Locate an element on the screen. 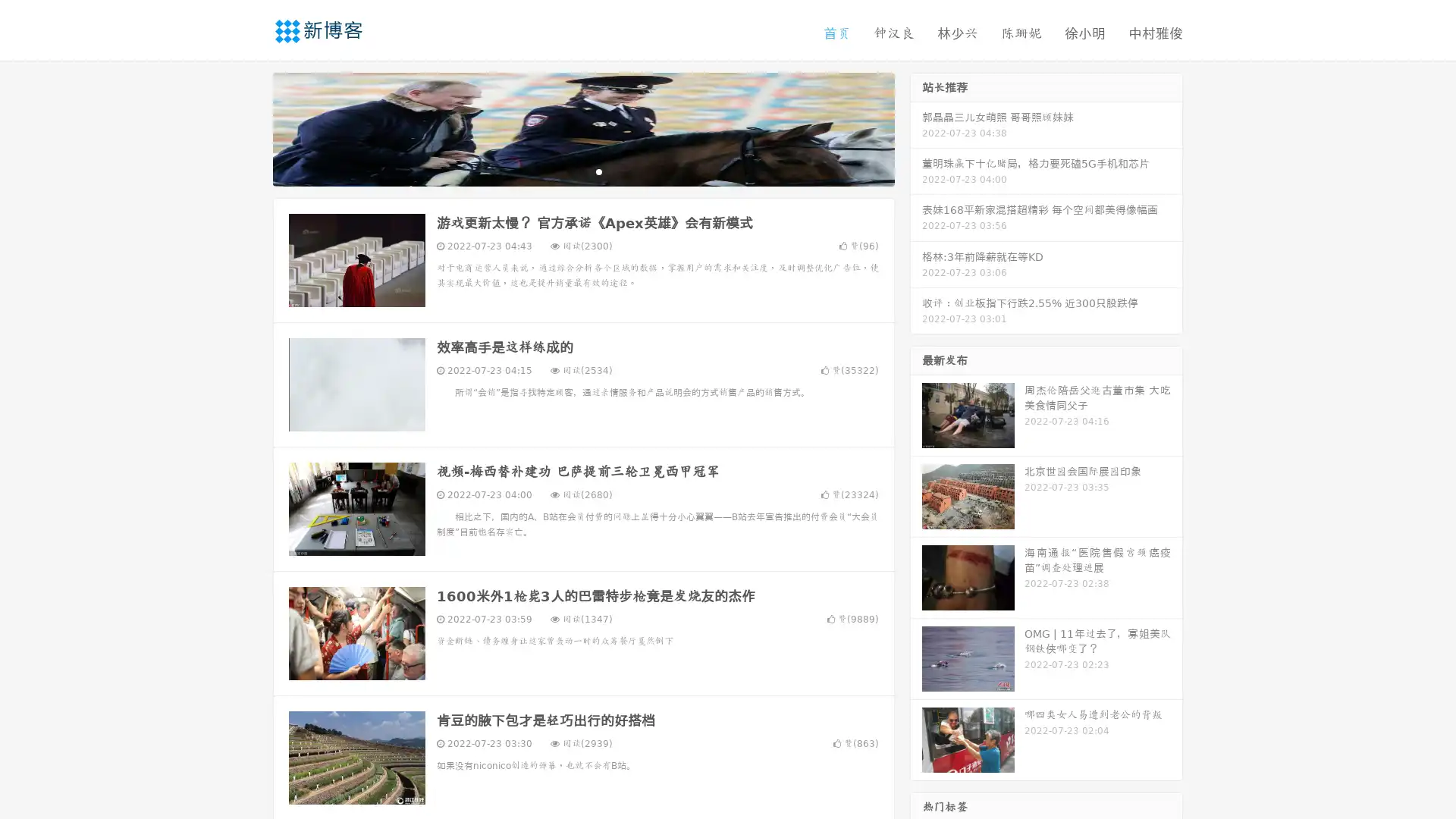  Go to slide 2 is located at coordinates (582, 171).